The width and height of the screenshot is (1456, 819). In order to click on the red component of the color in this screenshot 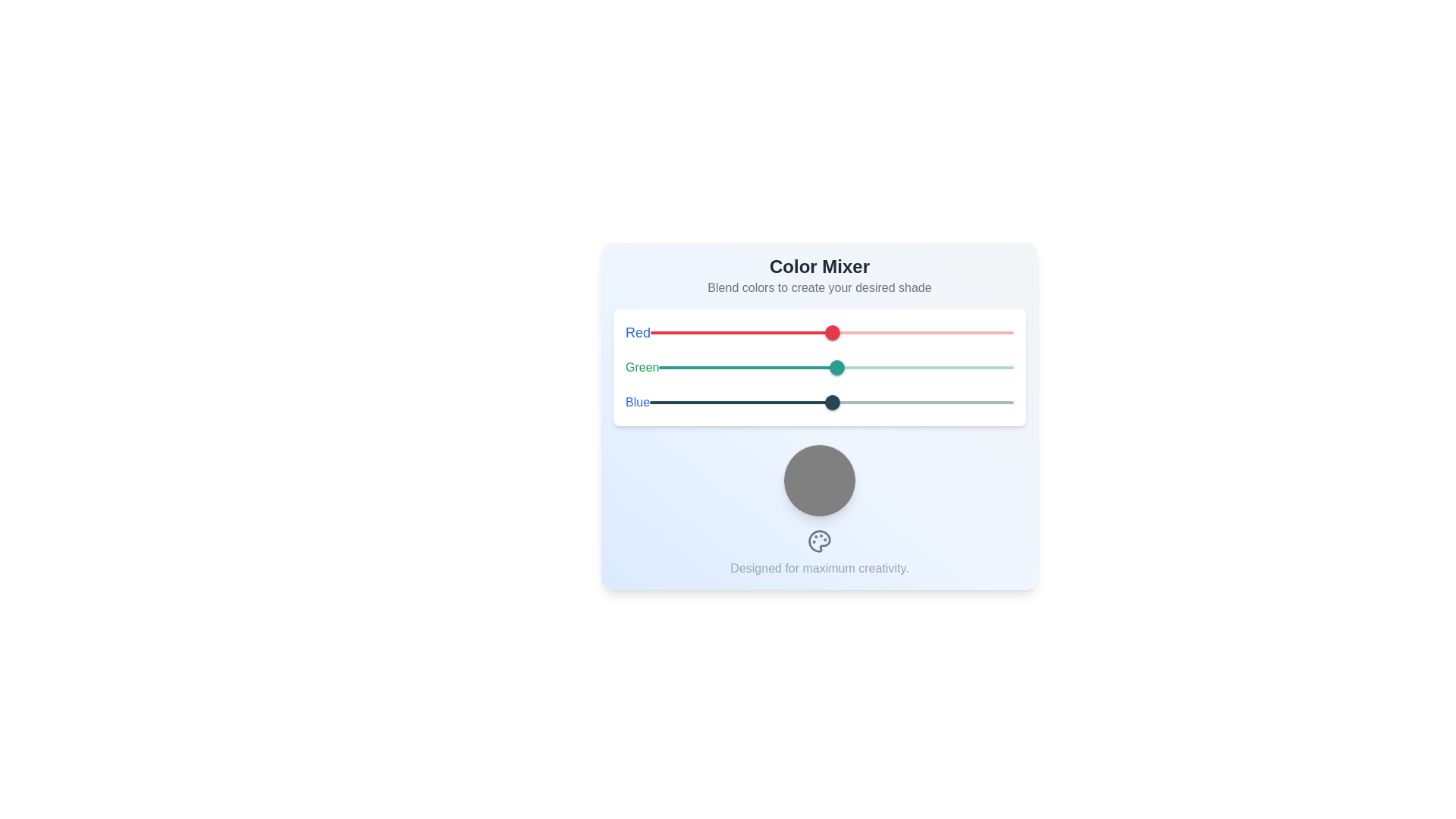, I will do `click(835, 332)`.